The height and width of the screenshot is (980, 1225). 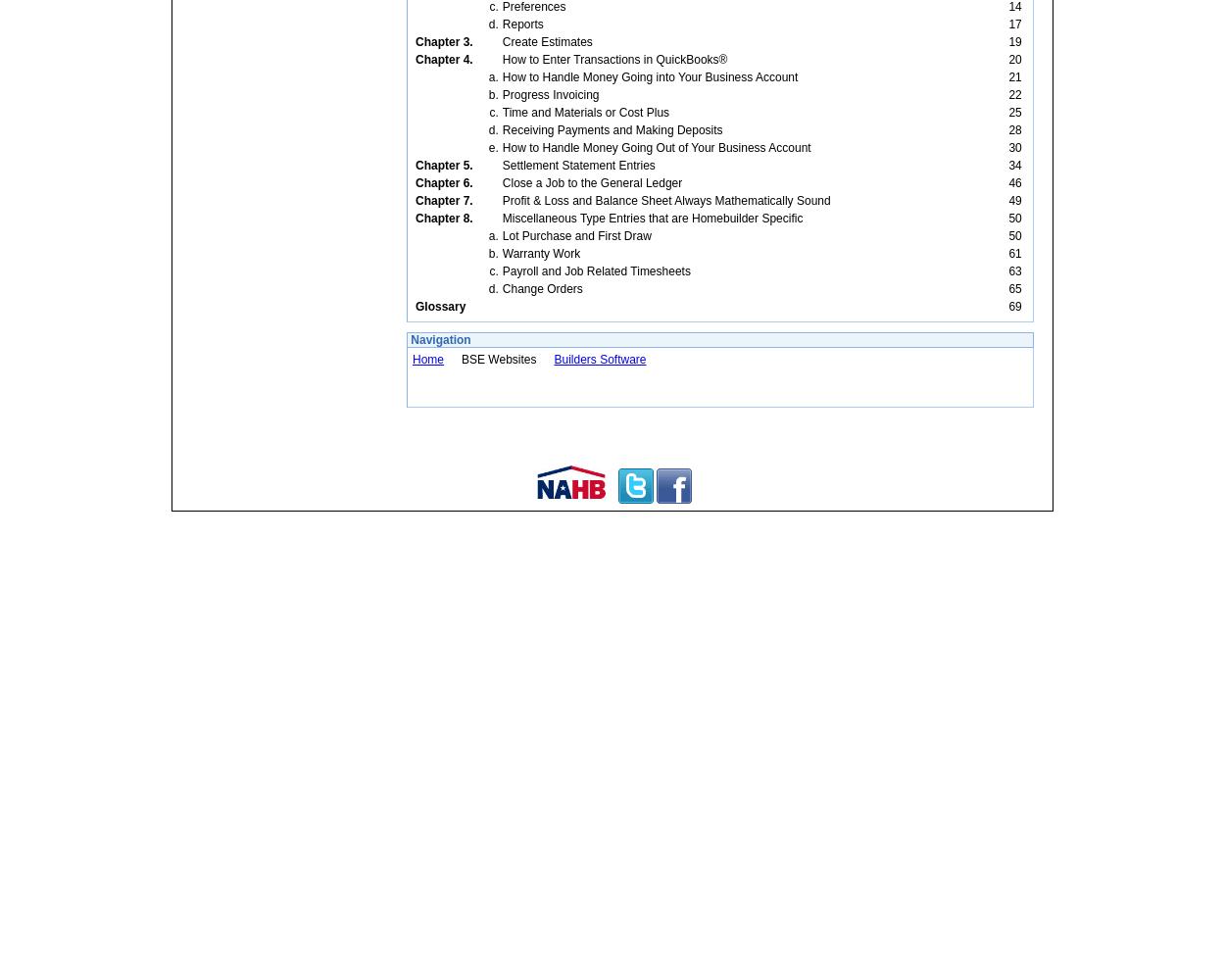 I want to click on 'Chapter 6.', so click(x=443, y=183).